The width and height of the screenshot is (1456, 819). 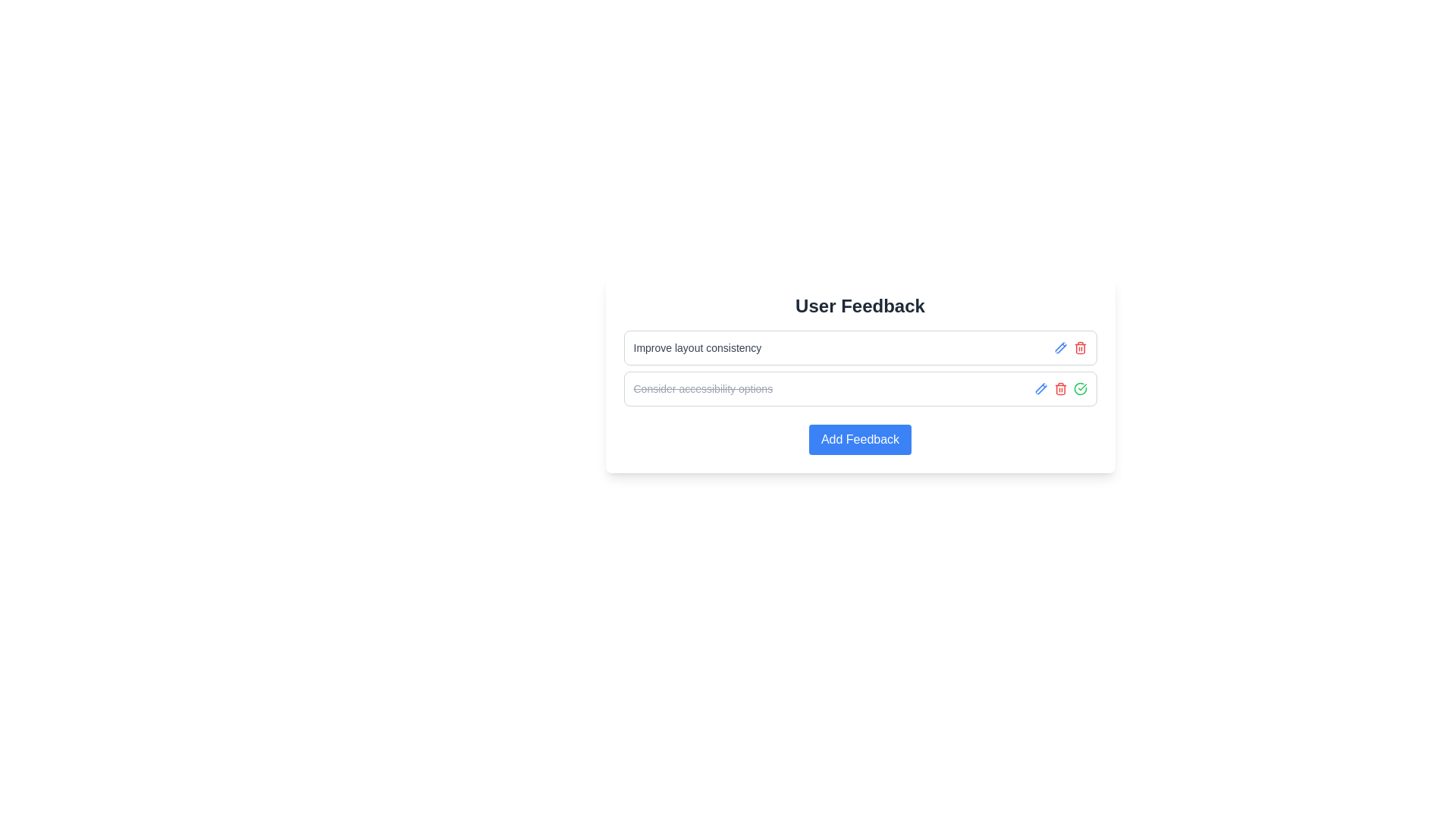 What do you see at coordinates (860, 439) in the screenshot?
I see `the rectangular button with a blue background and white text reading 'Add Feedback' located at the bottom center of the 'User Feedback' modal` at bounding box center [860, 439].